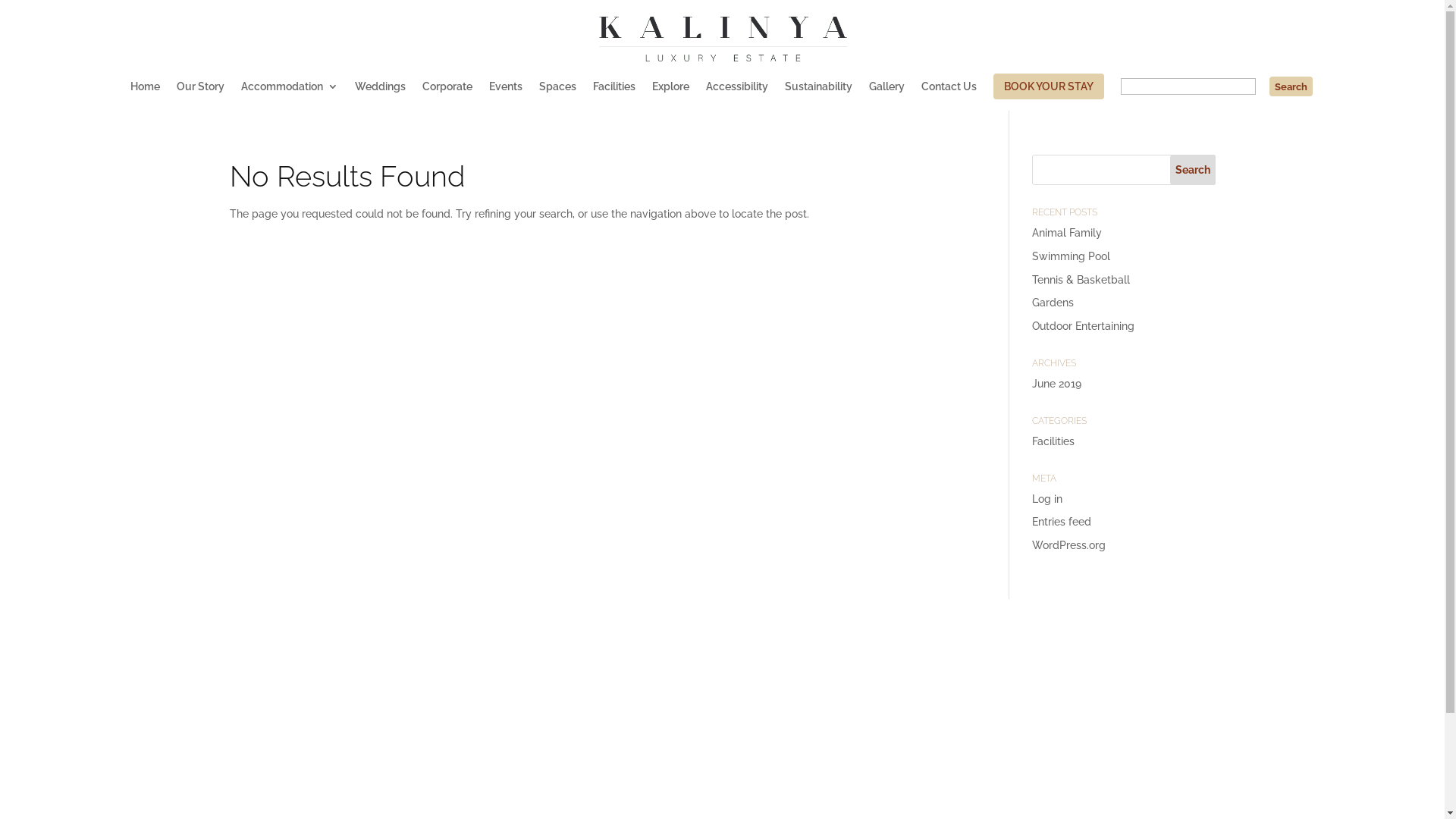 The image size is (1456, 819). Describe the element at coordinates (145, 93) in the screenshot. I see `'Home'` at that location.